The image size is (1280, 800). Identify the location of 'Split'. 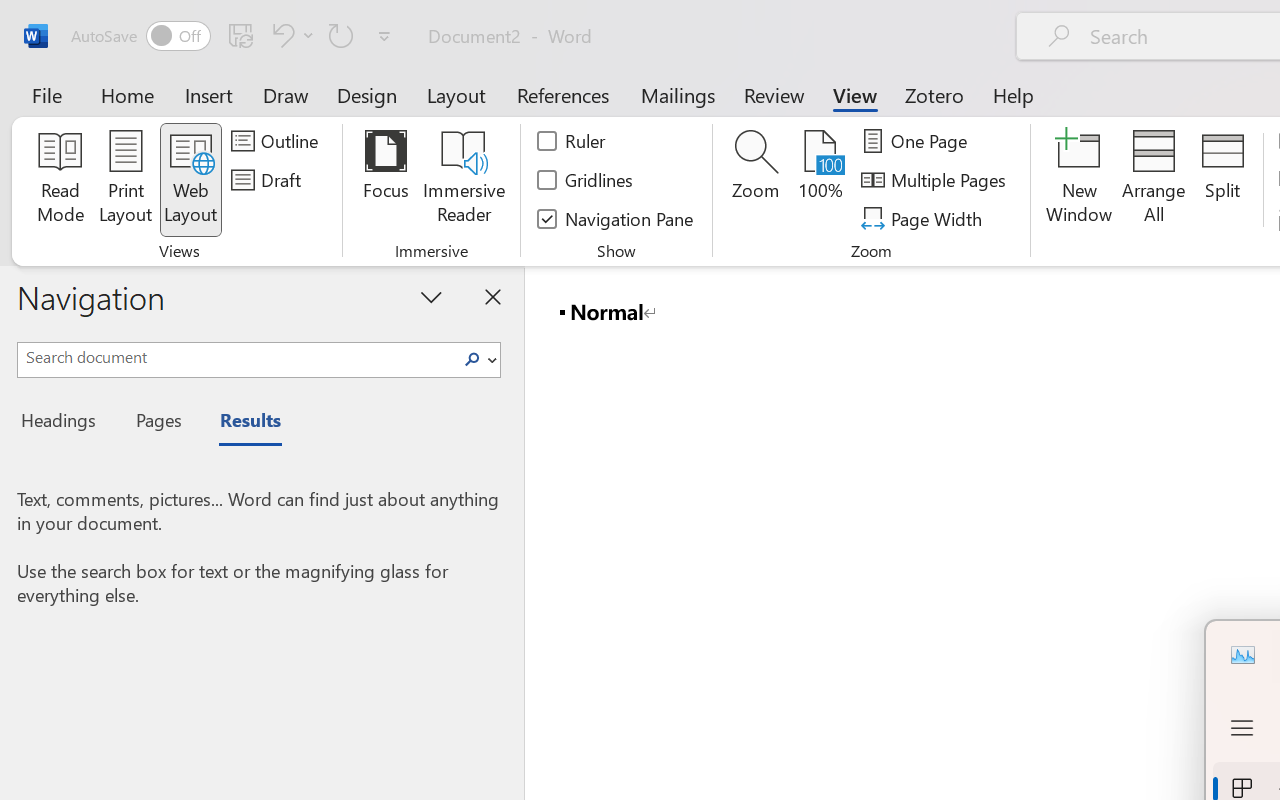
(1222, 179).